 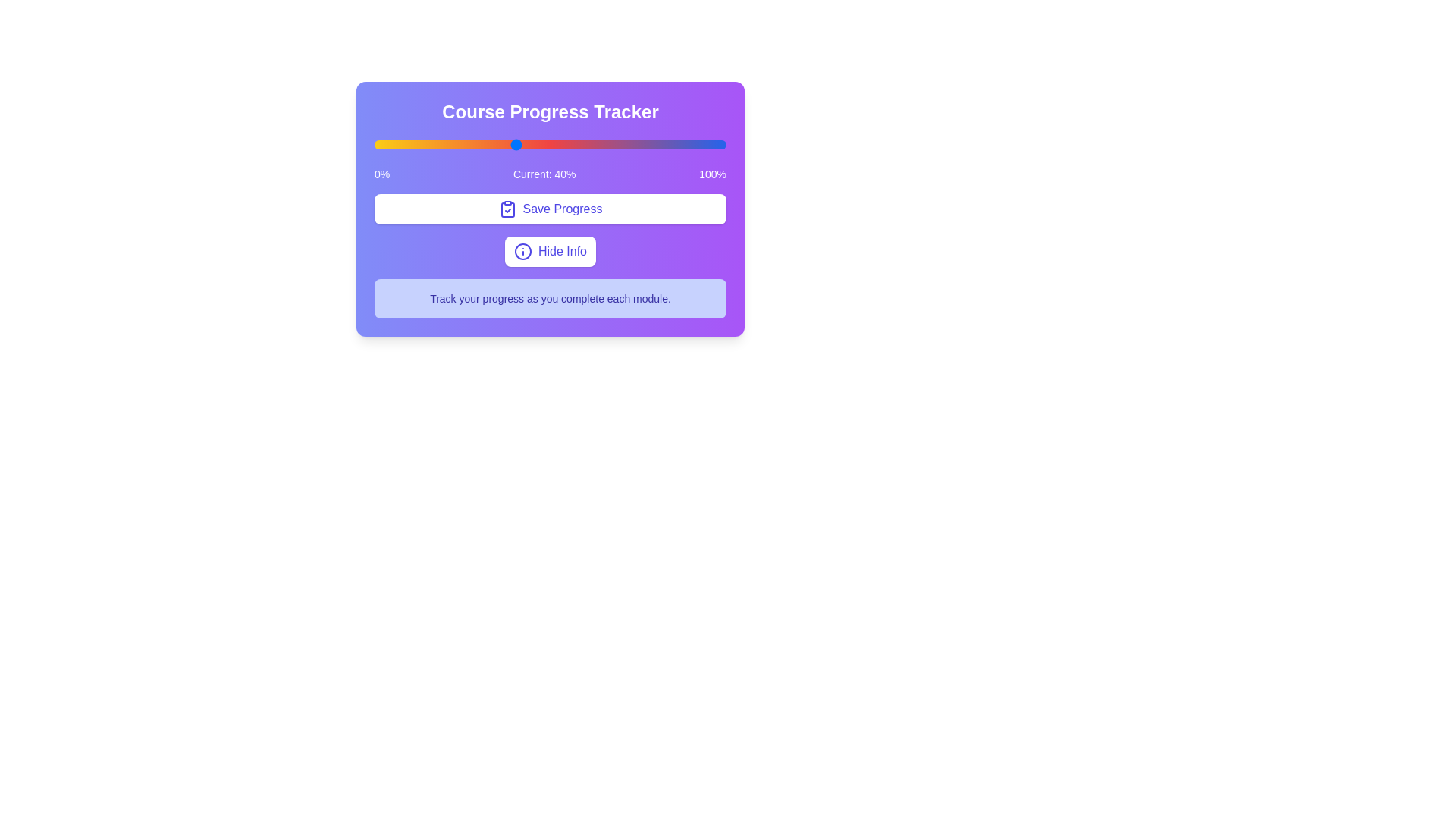 I want to click on the course progress, so click(x=574, y=145).